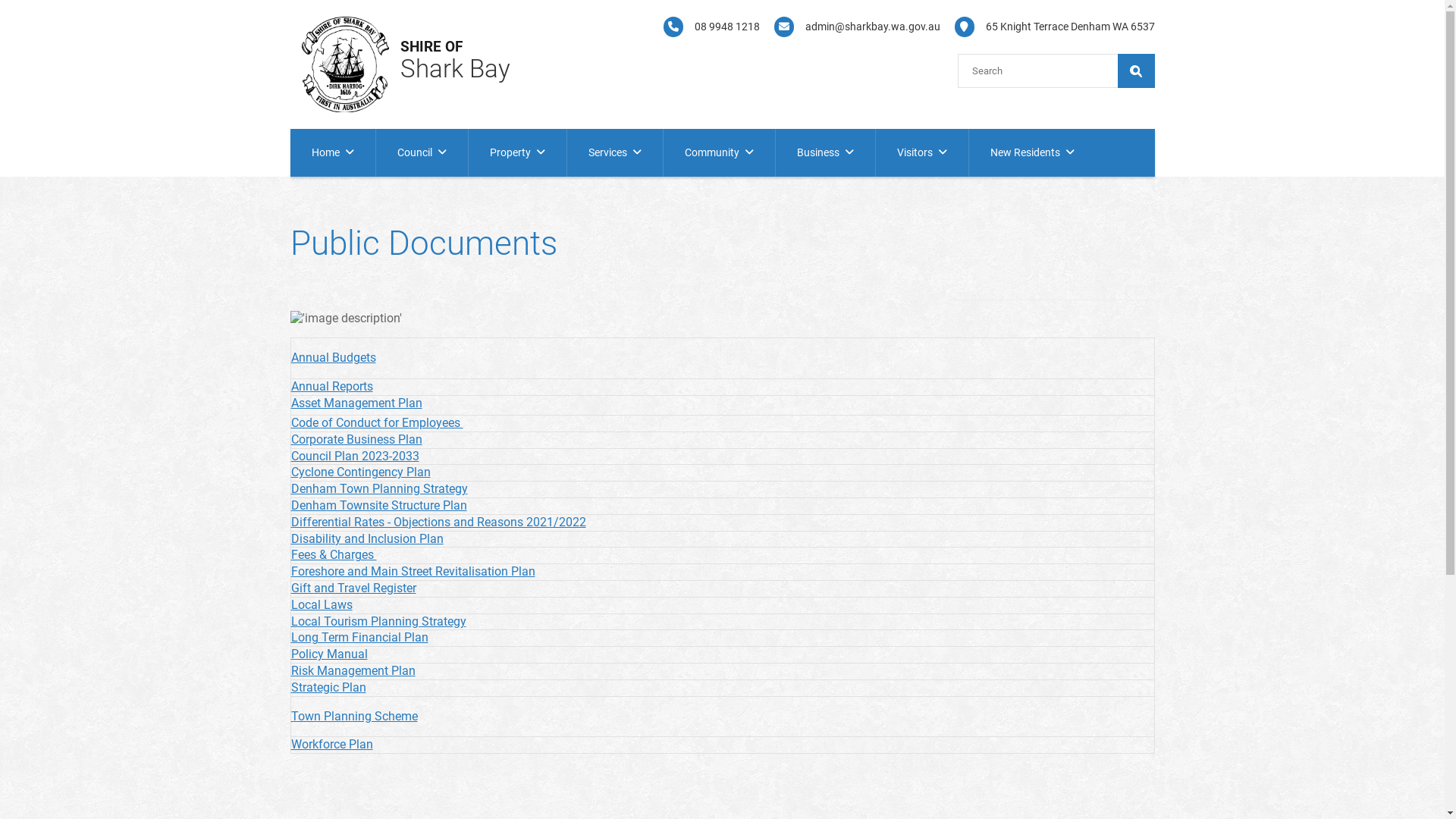 The height and width of the screenshot is (819, 1456). Describe the element at coordinates (438, 521) in the screenshot. I see `'Differential Rates - Objections and Reasons 2021/2022'` at that location.